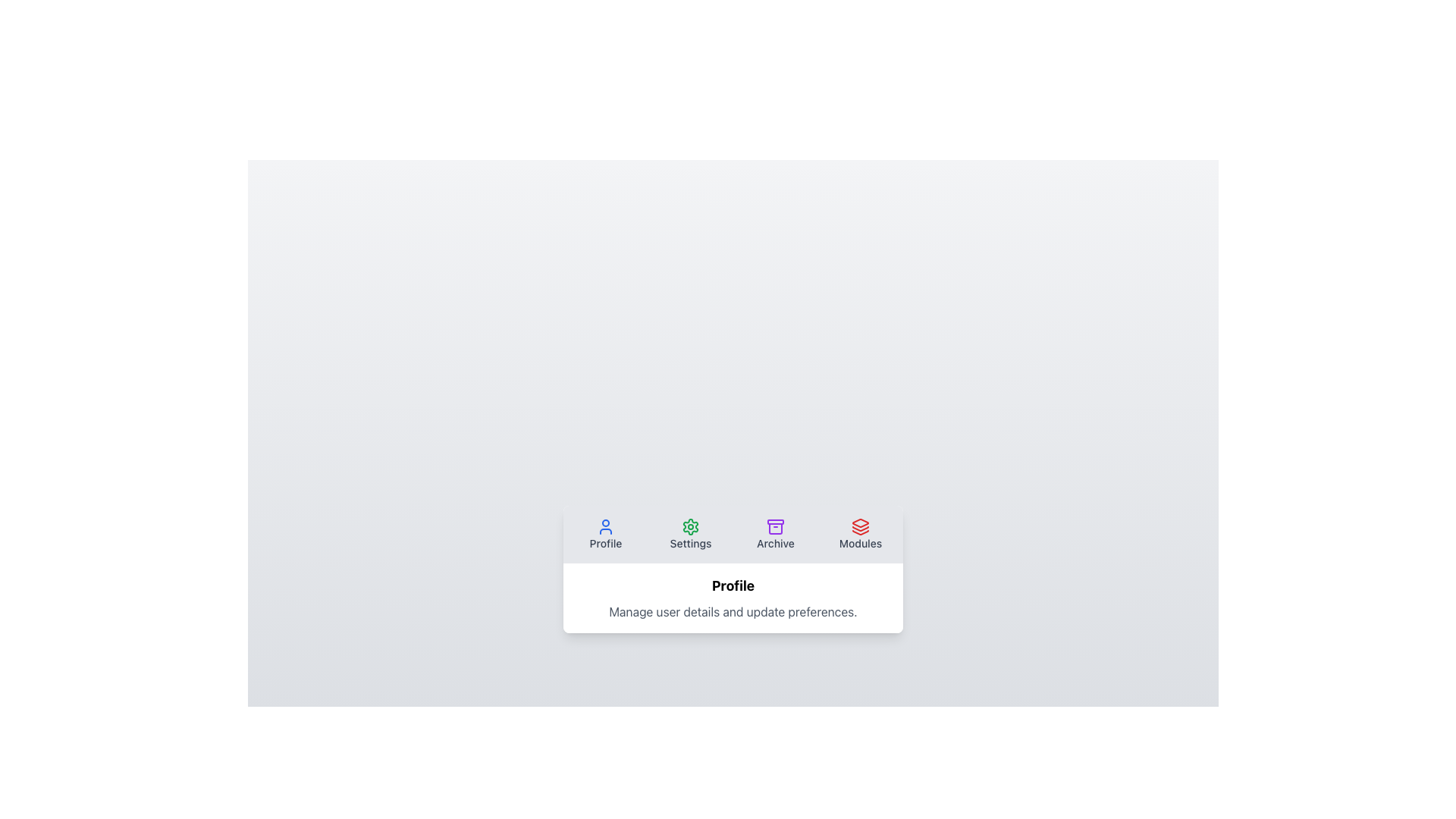 Image resolution: width=1456 pixels, height=819 pixels. What do you see at coordinates (604, 526) in the screenshot?
I see `the clickable visual icon for the 'Profile' menu option, which is the first item in the horizontal menu at the top center of the interface` at bounding box center [604, 526].